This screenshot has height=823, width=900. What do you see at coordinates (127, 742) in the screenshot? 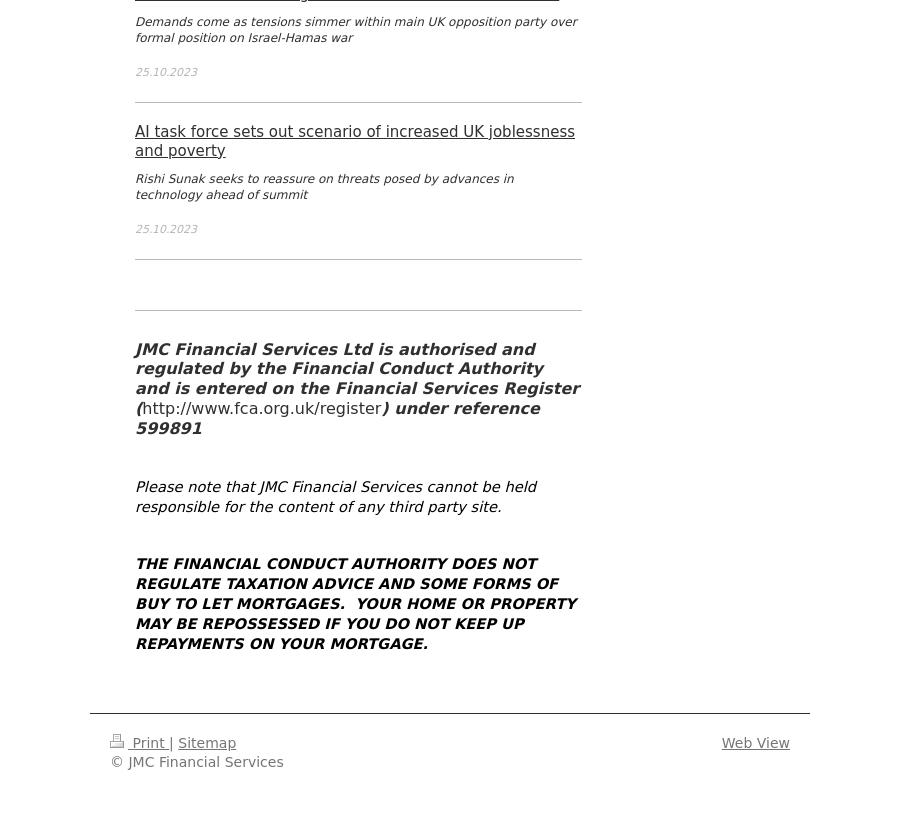
I see `'Print'` at bounding box center [127, 742].